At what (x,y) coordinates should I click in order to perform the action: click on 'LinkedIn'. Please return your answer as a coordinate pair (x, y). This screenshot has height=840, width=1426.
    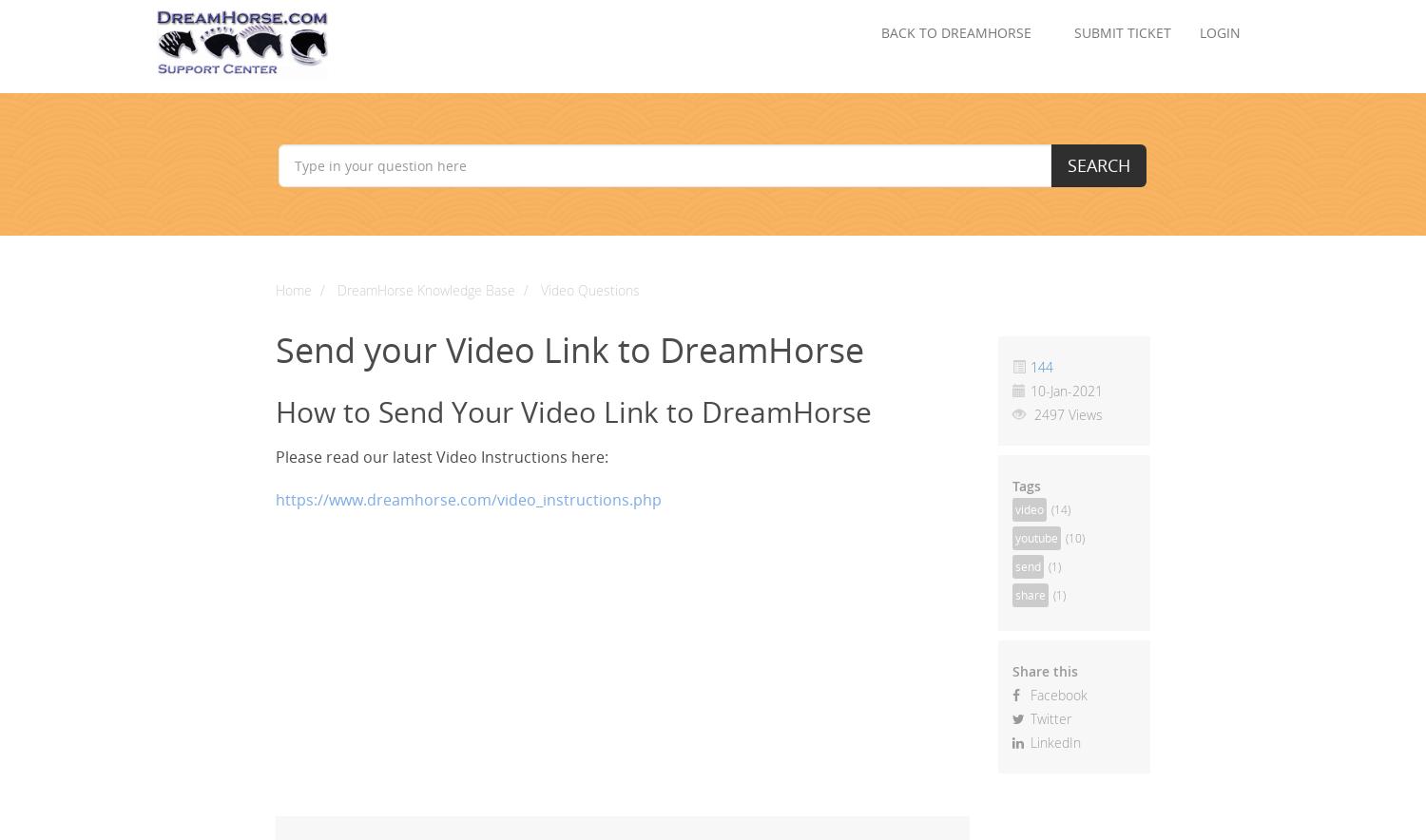
    Looking at the image, I should click on (1052, 741).